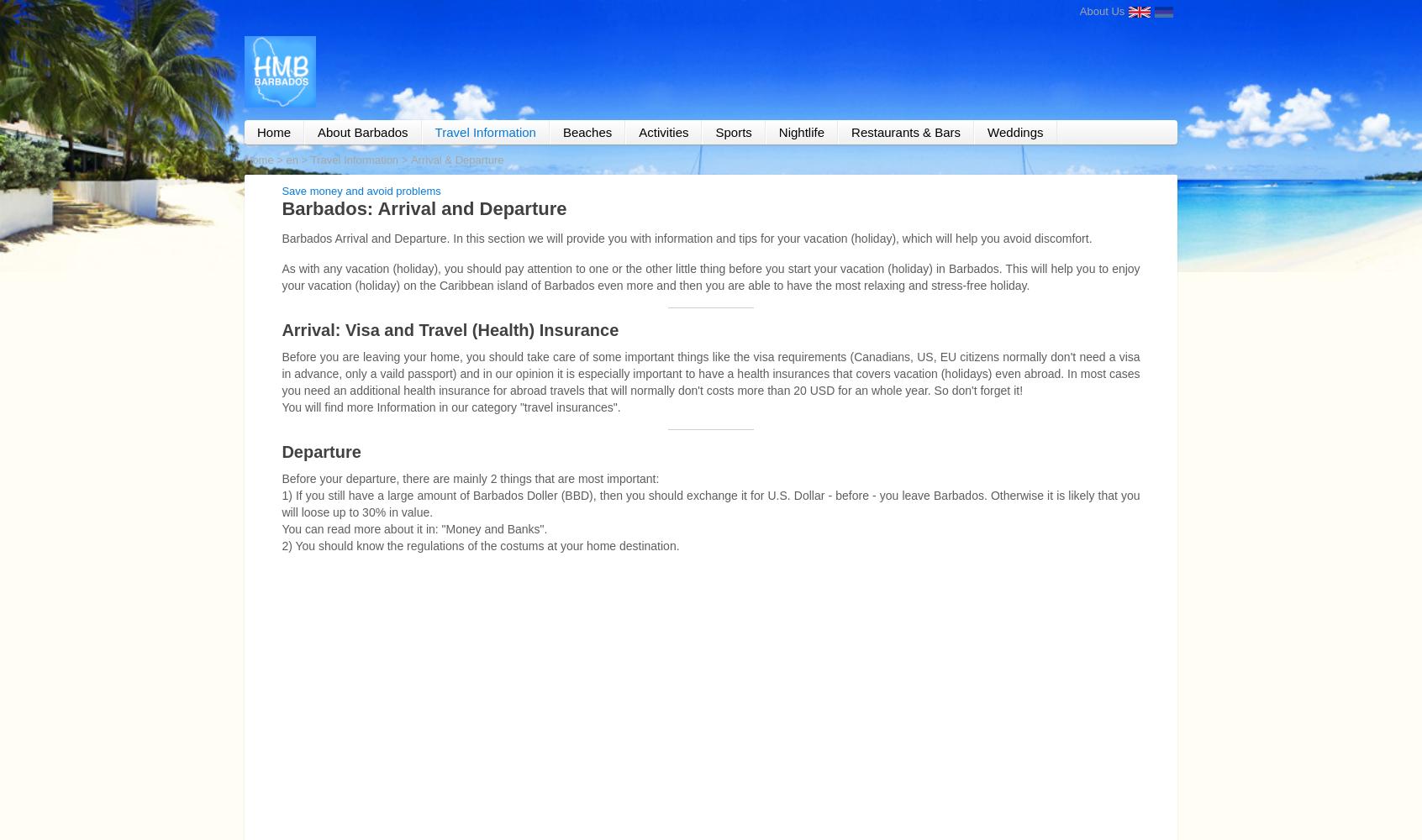 The width and height of the screenshot is (1422, 840). Describe the element at coordinates (470, 477) in the screenshot. I see `'Before your departure, there are mainly 2 things that are most important:'` at that location.